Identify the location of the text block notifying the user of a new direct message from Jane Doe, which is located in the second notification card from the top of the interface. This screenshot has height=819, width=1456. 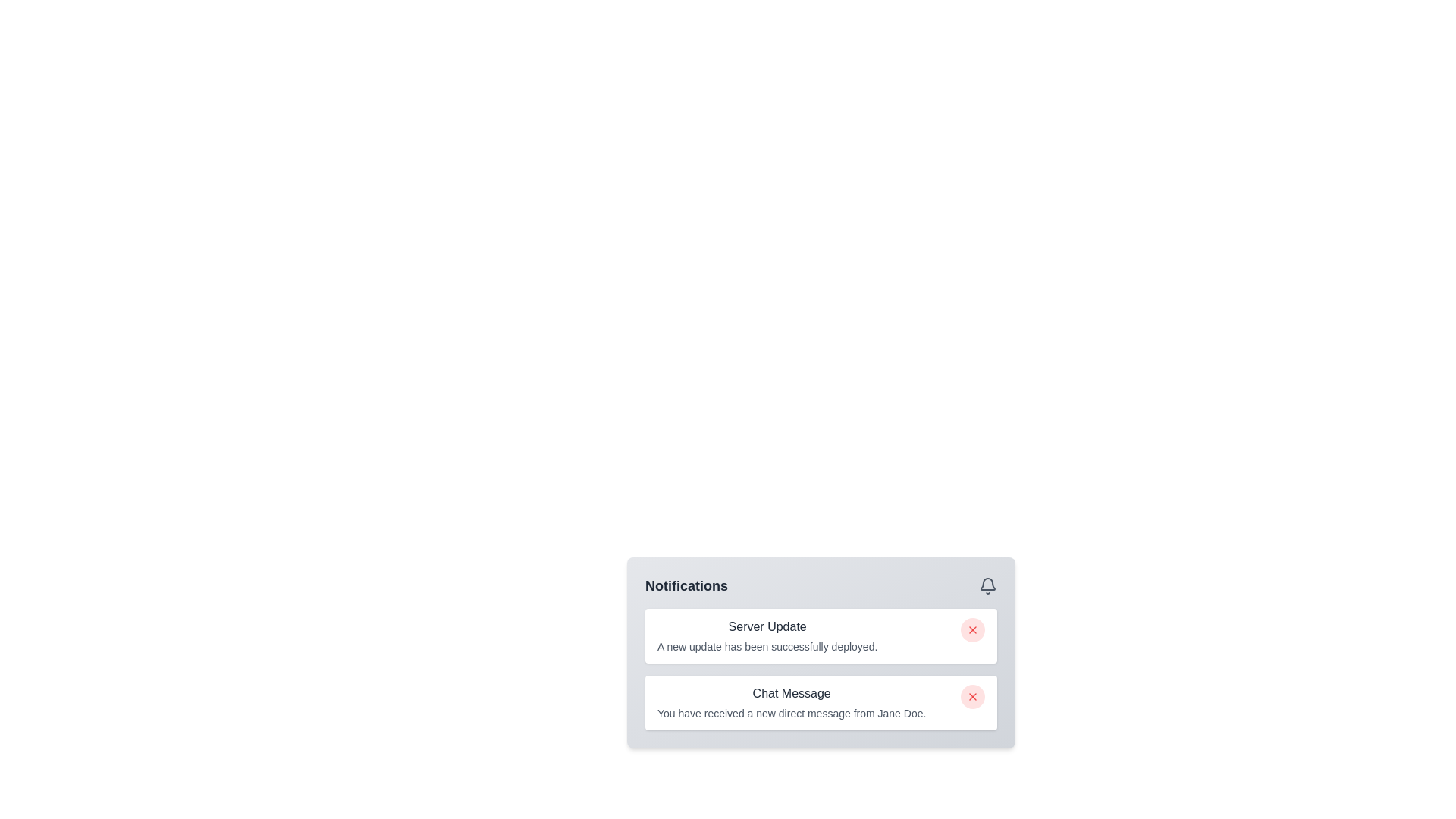
(791, 702).